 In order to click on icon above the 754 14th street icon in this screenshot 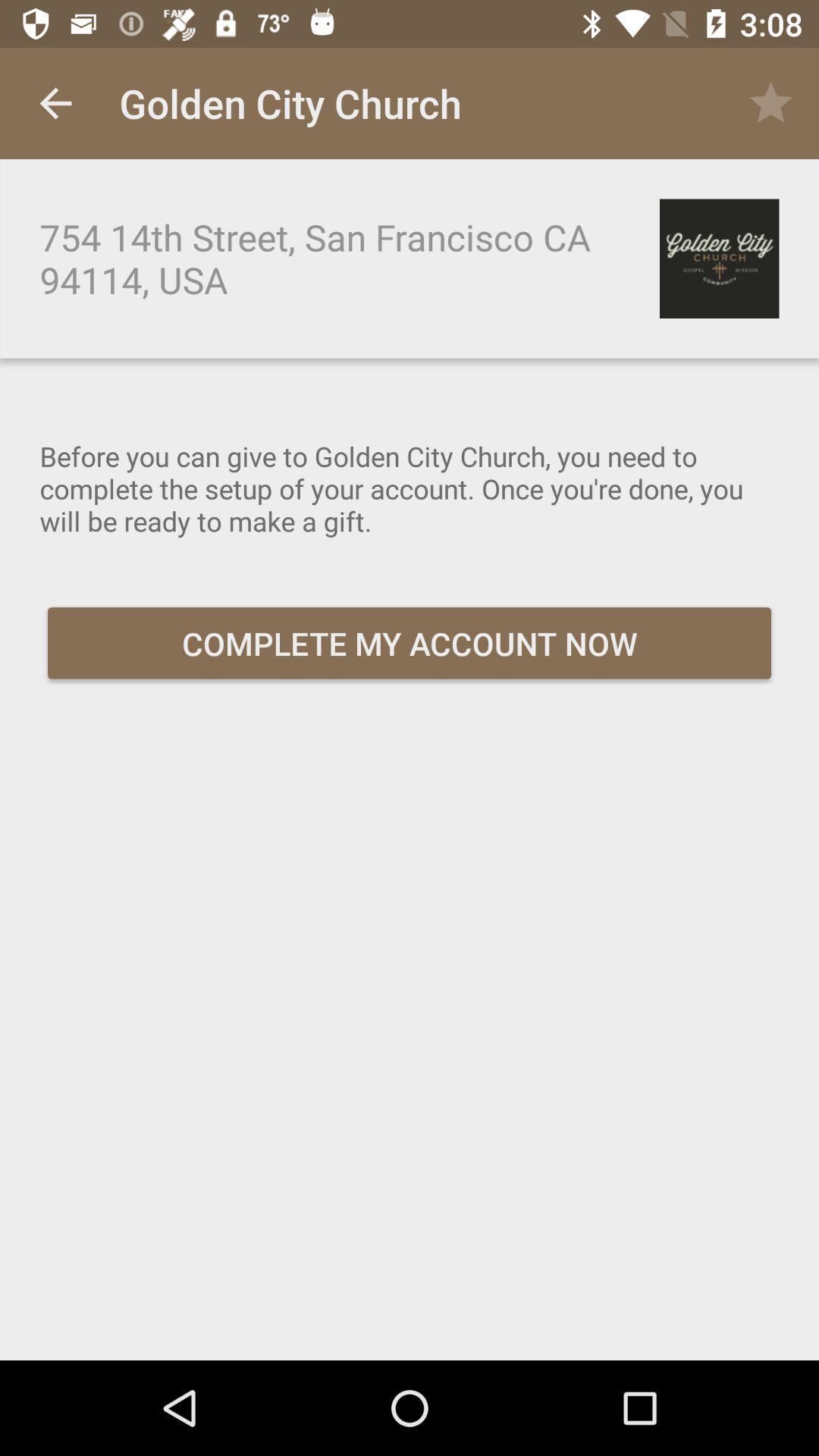, I will do `click(55, 102)`.